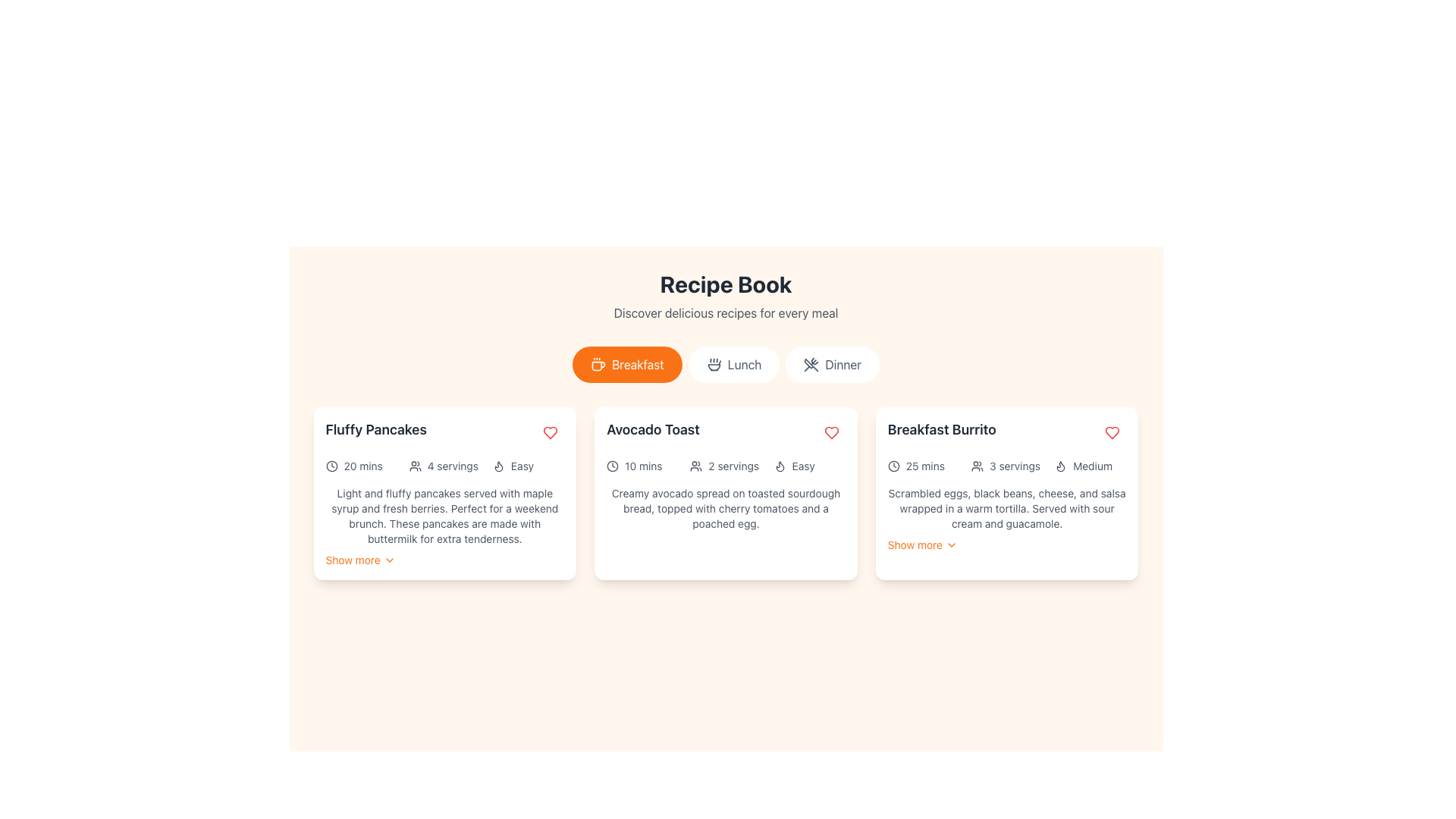 This screenshot has width=1456, height=819. I want to click on the text label directly beneath the 'Recipe Book' heading to trigger any tooltip if applicable, so click(725, 312).